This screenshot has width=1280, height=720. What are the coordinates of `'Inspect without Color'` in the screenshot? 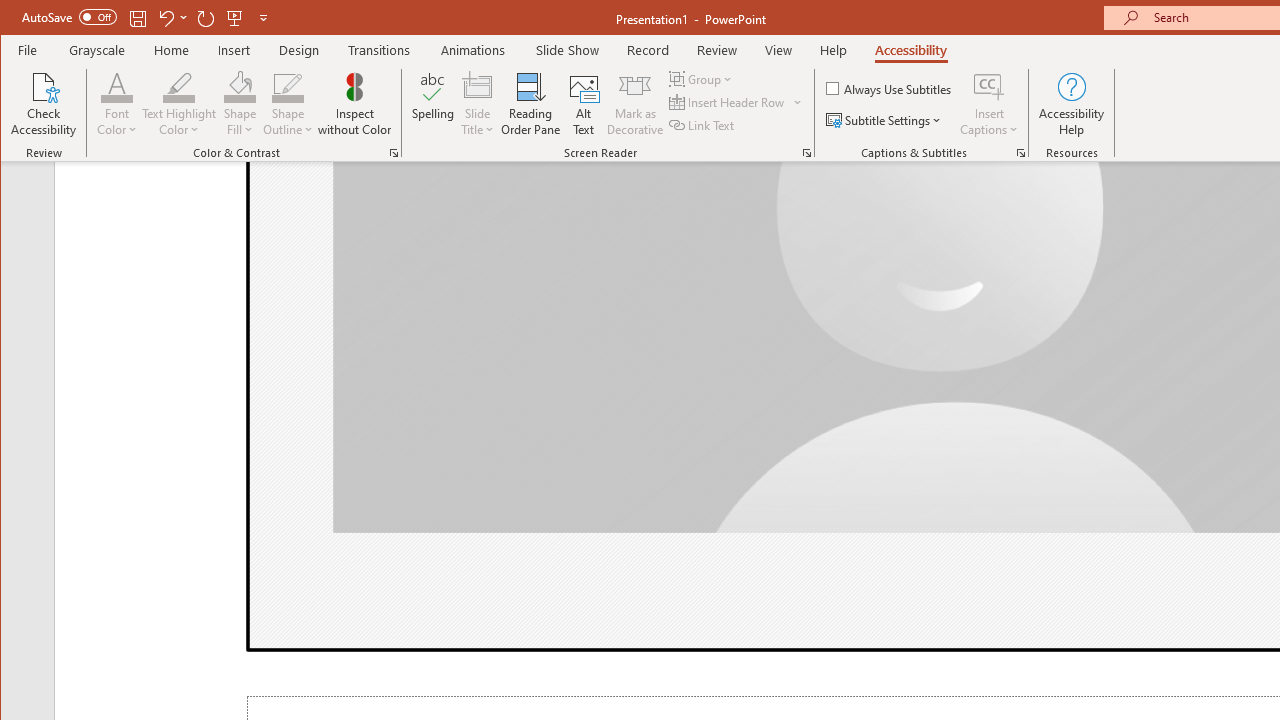 It's located at (355, 104).